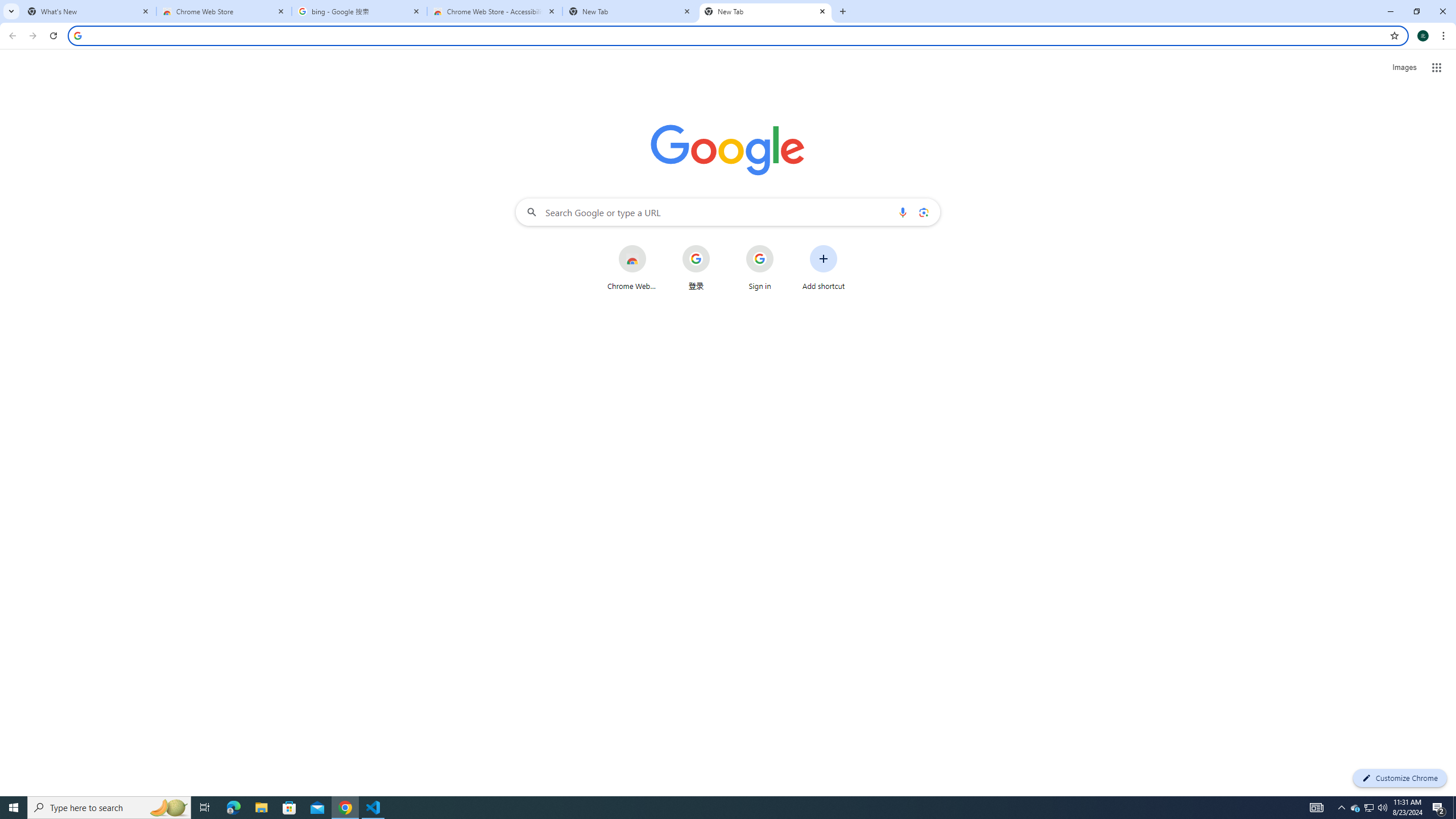 The height and width of the screenshot is (819, 1456). I want to click on 'Chrome Web Store - Accessibility', so click(494, 11).